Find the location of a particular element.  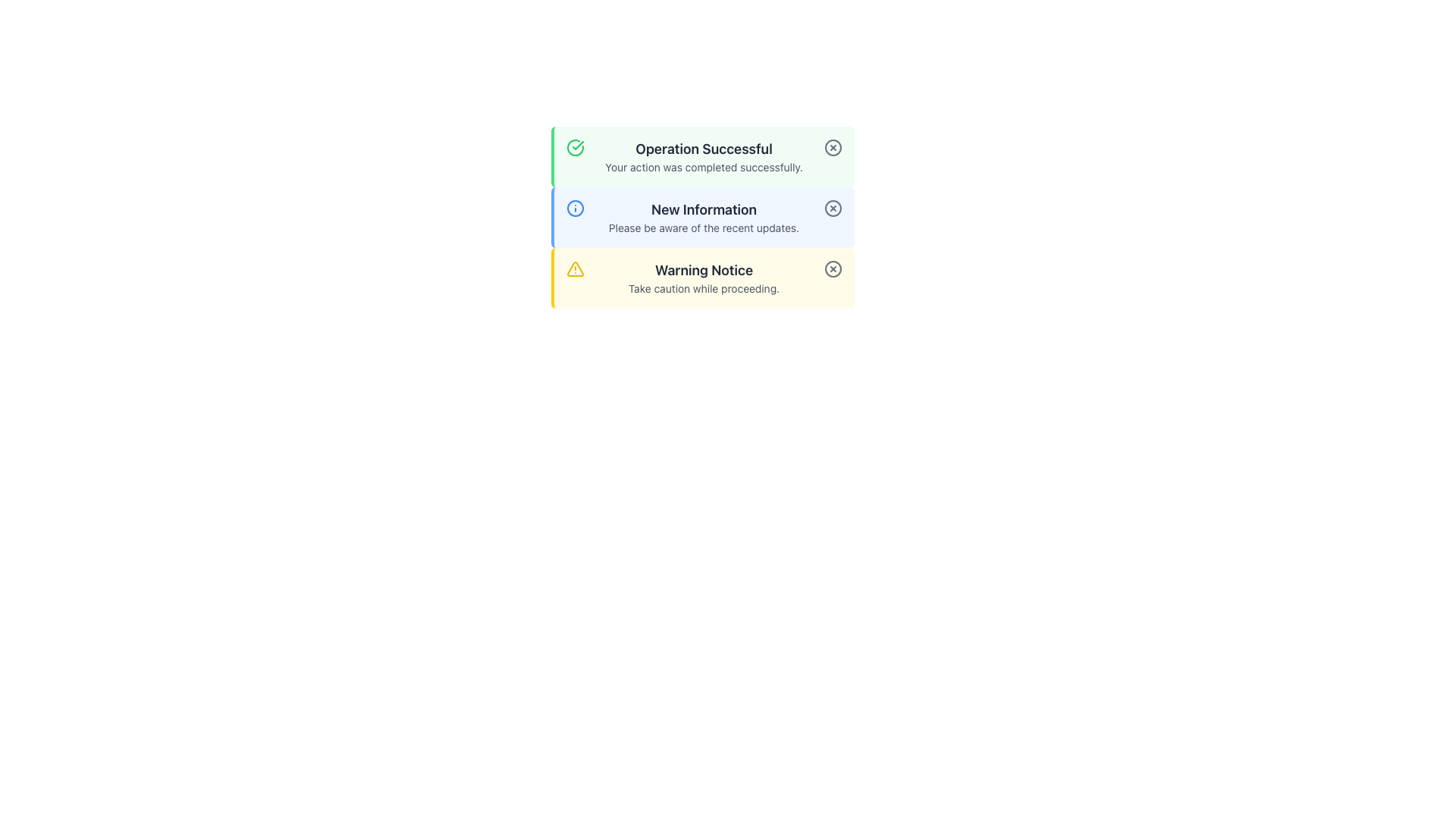

the Notification Message that has a green theme, featuring a green checkmark icon, bold title text 'Operation Successful', and a smaller subtext 'Your action was completed successfully.' is located at coordinates (701, 157).